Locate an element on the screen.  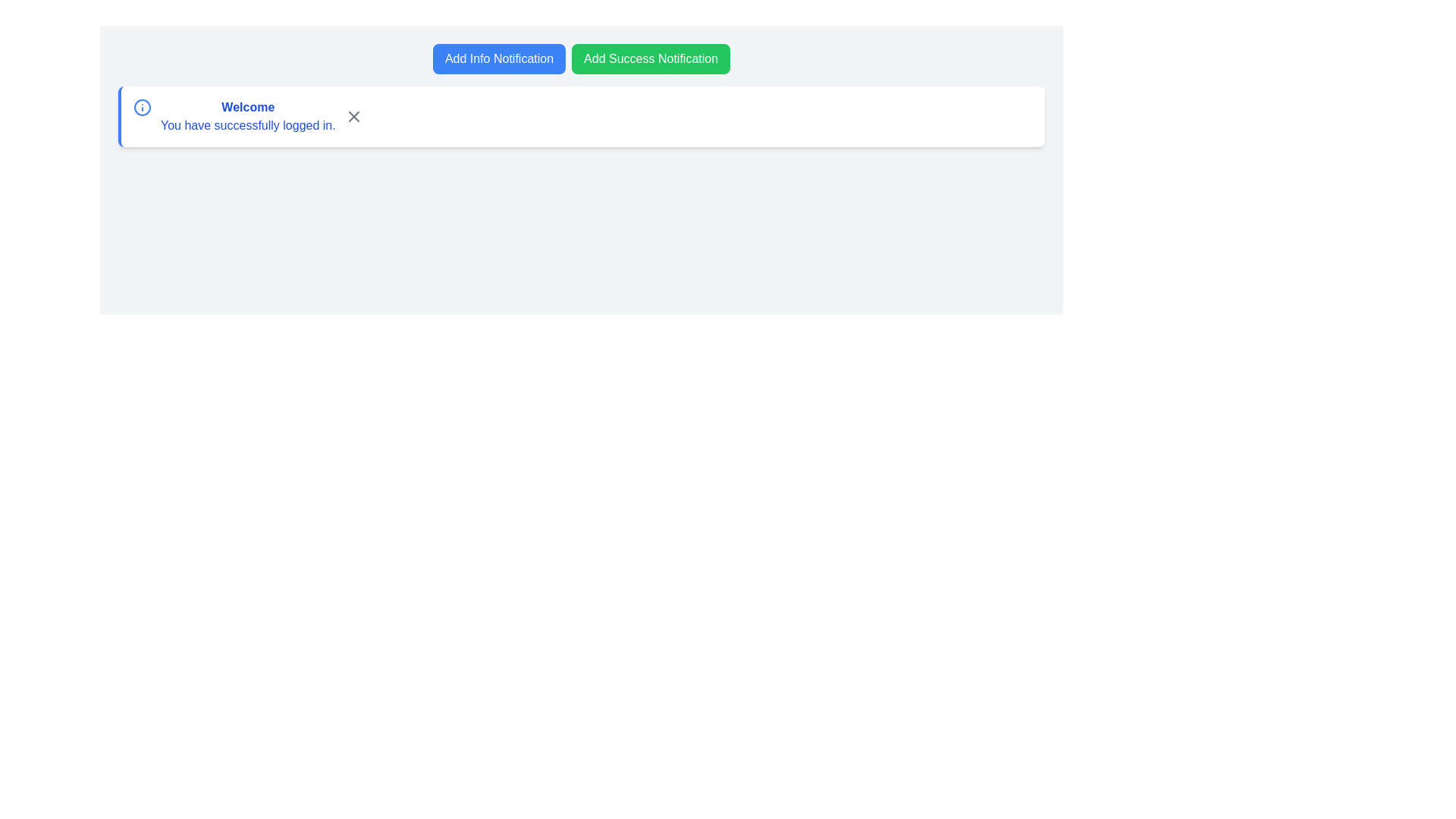
the informational indicator icon located at the far left of the horizontal bar beside the 'Welcome' text to highlight it is located at coordinates (142, 107).